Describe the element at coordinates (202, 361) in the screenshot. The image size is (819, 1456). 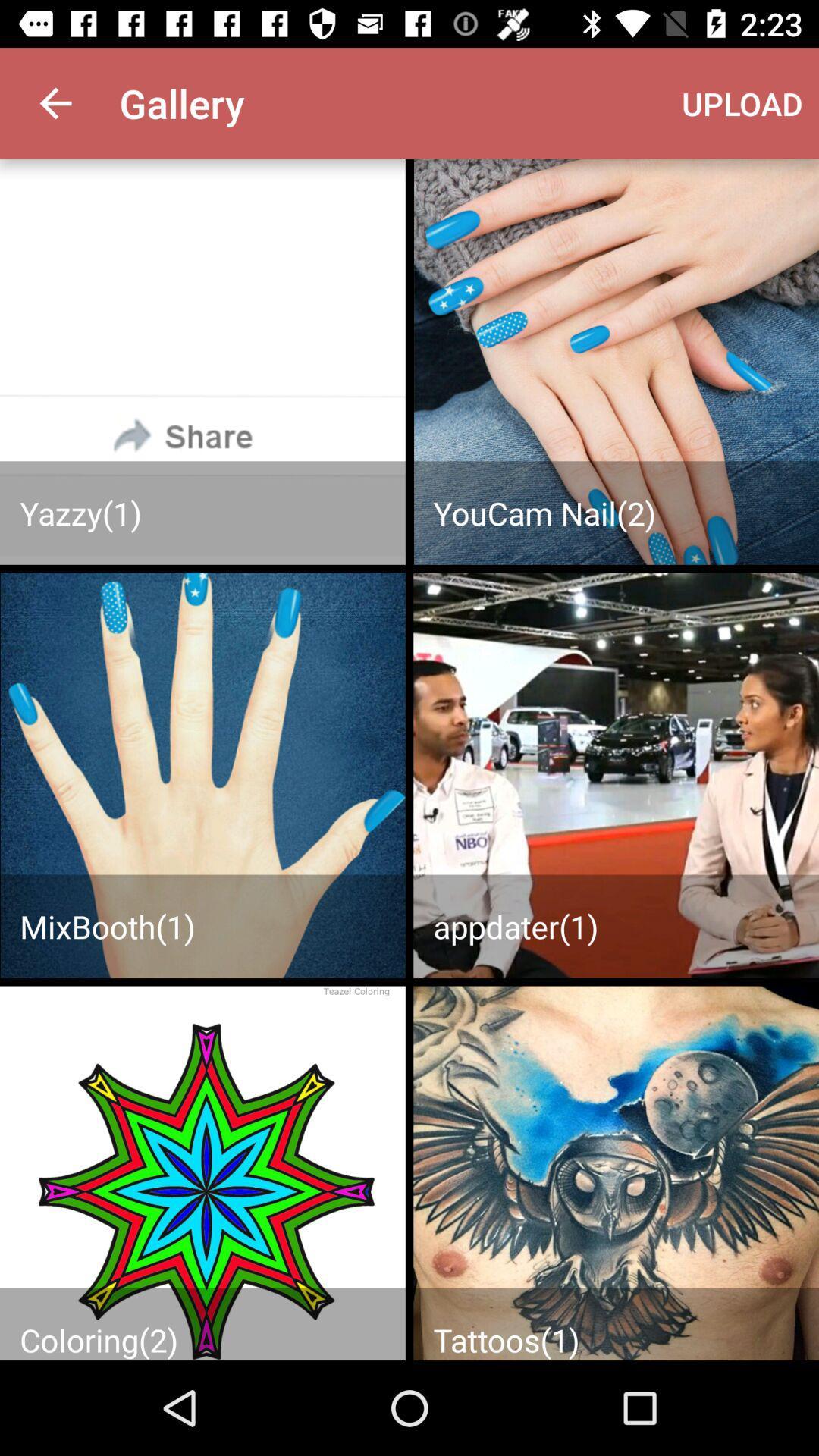
I see `album` at that location.